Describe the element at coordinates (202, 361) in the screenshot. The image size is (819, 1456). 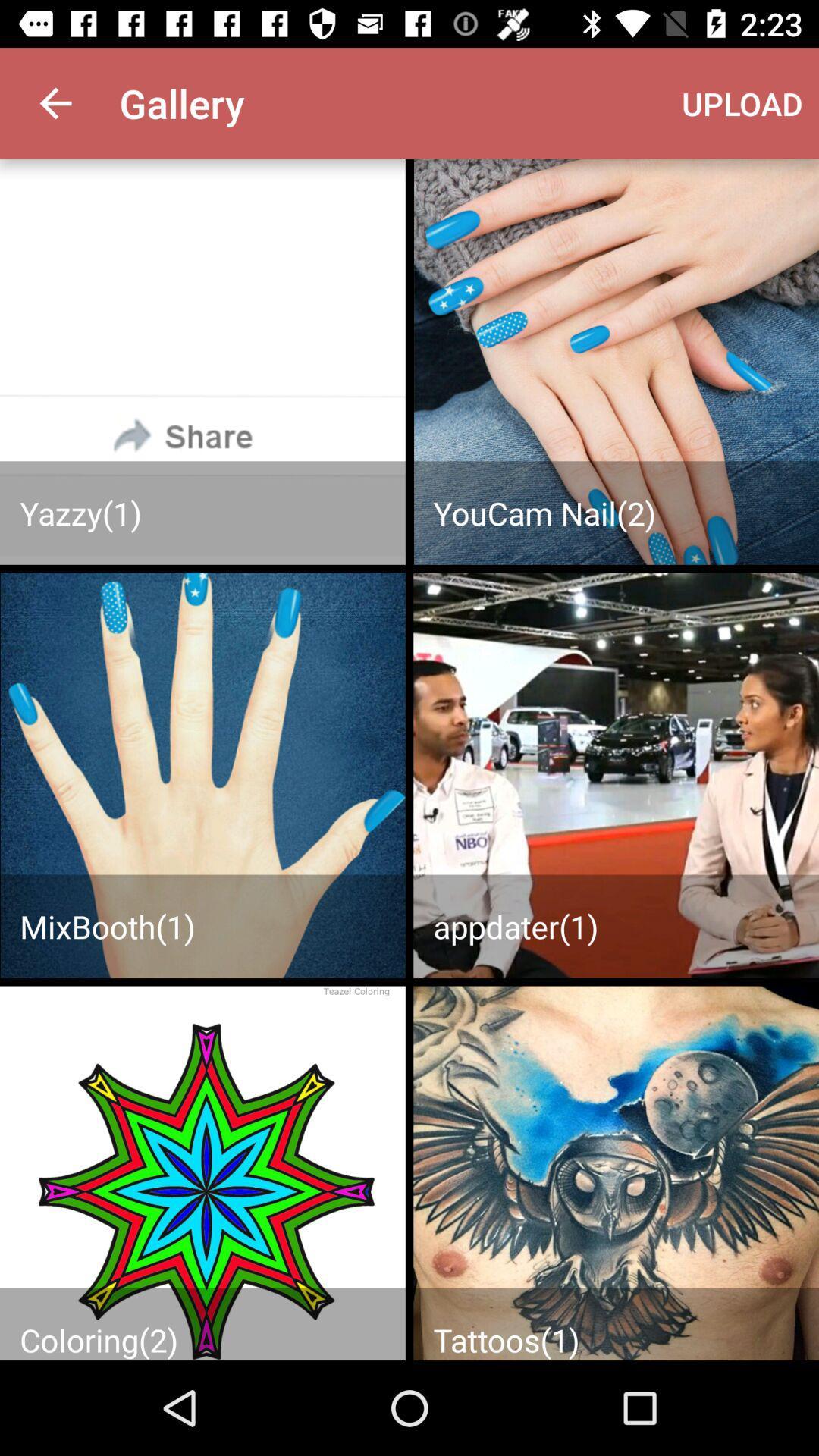
I see `album` at that location.